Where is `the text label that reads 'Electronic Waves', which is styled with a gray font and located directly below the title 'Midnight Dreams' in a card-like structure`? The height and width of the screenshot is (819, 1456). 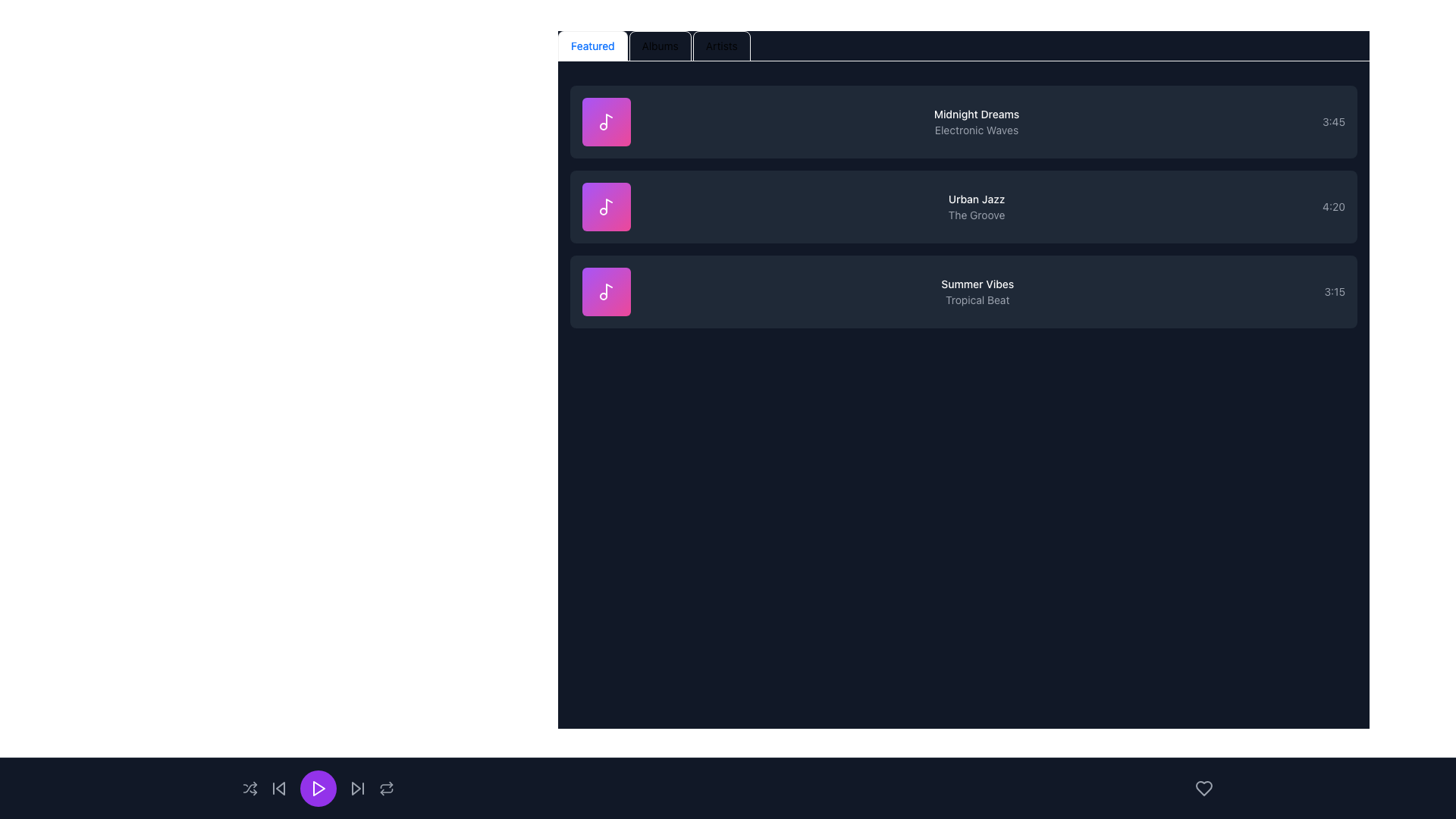 the text label that reads 'Electronic Waves', which is styled with a gray font and located directly below the title 'Midnight Dreams' in a card-like structure is located at coordinates (976, 130).